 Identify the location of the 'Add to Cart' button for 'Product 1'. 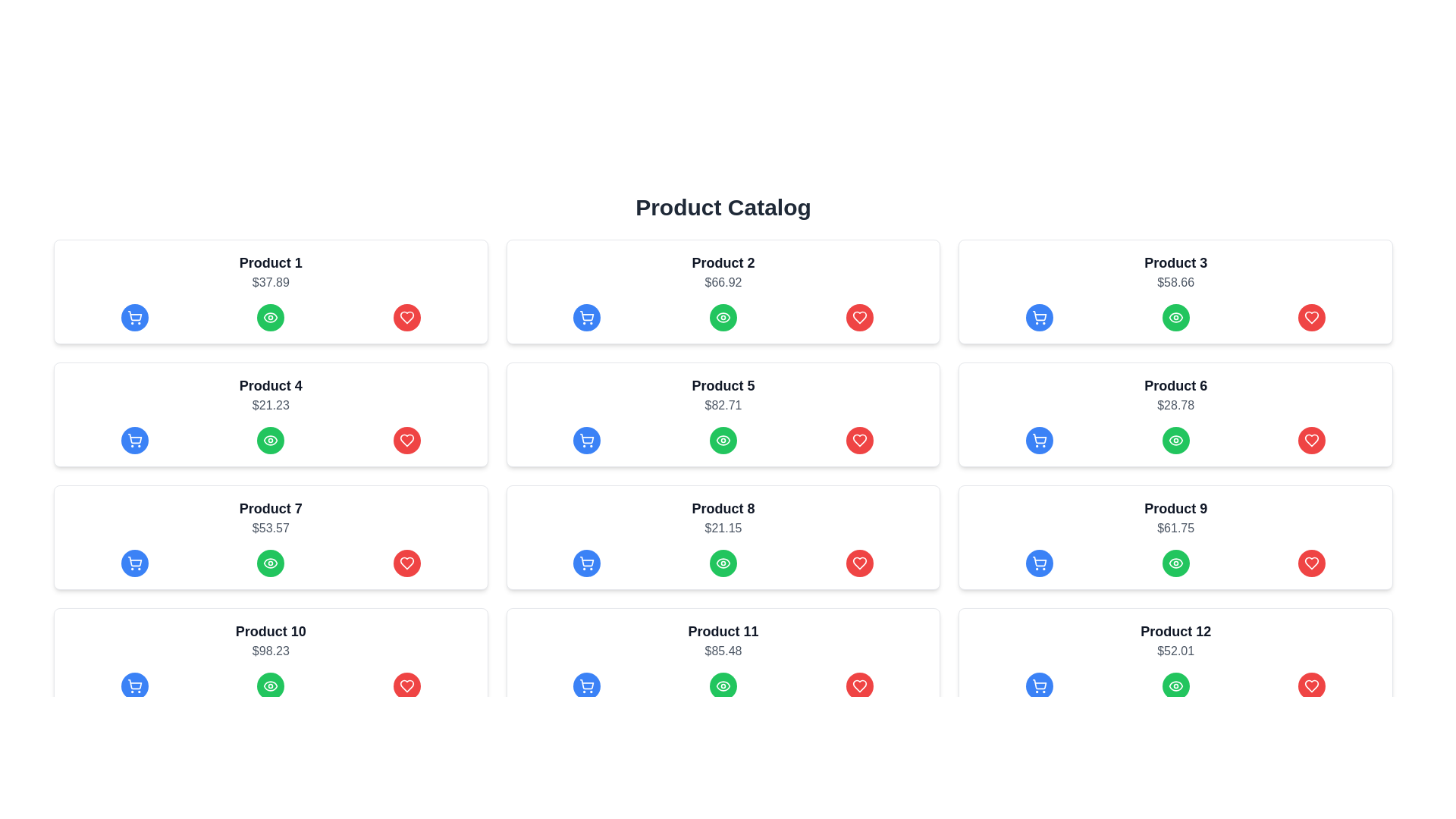
(134, 317).